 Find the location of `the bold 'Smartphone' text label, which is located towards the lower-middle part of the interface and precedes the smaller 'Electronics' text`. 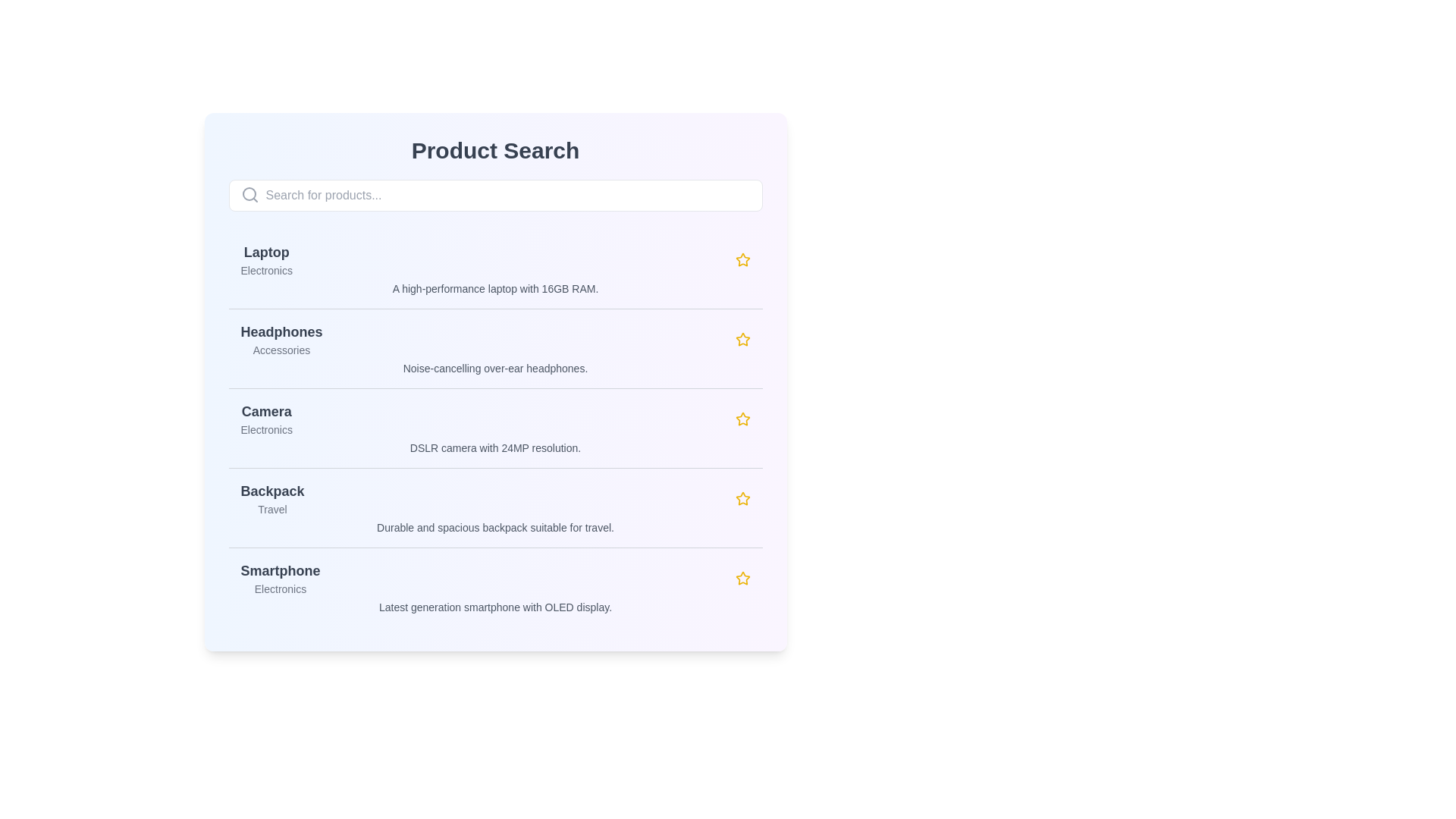

the bold 'Smartphone' text label, which is located towards the lower-middle part of the interface and precedes the smaller 'Electronics' text is located at coordinates (280, 570).